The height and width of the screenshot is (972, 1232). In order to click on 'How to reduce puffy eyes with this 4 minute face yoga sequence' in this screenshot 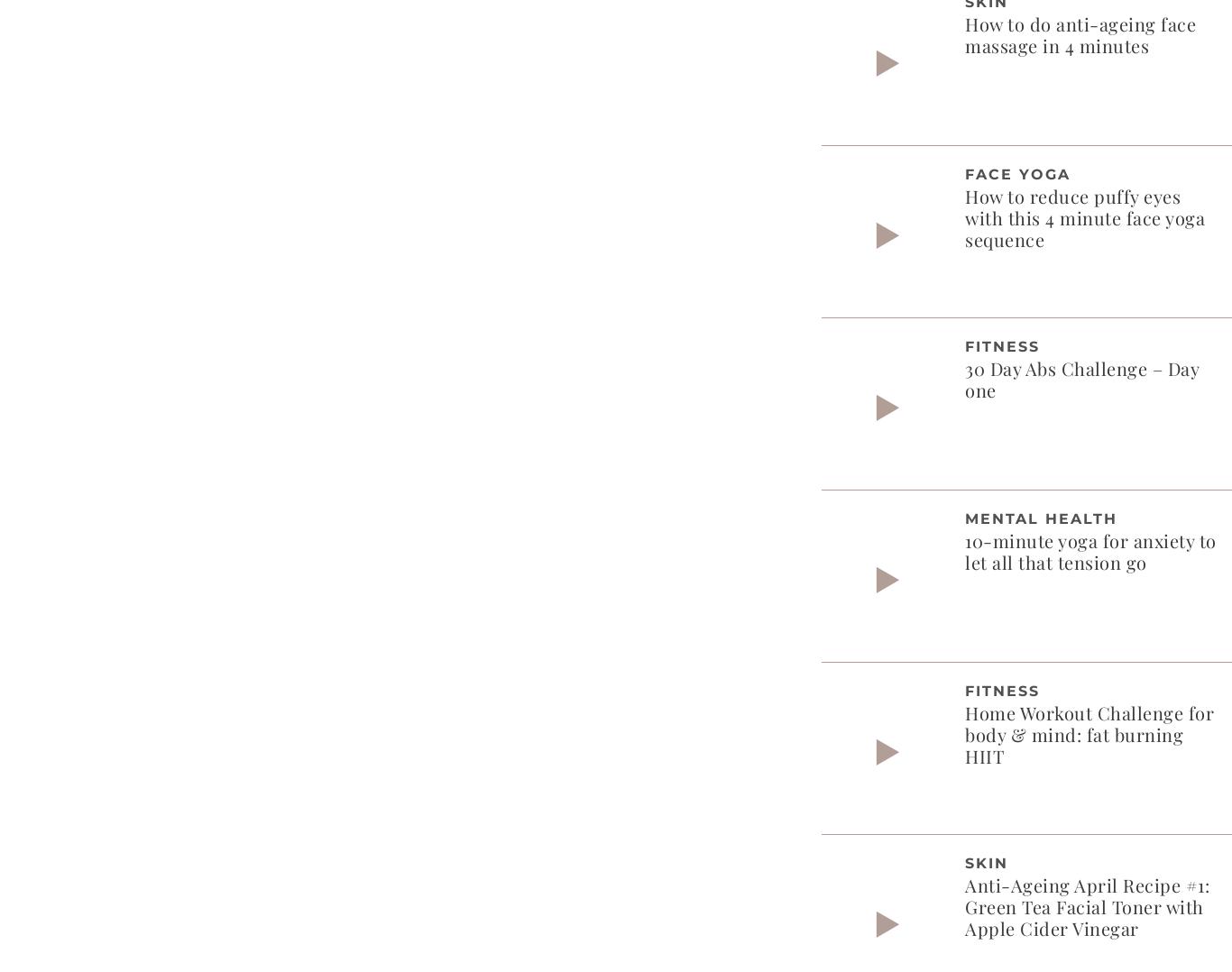, I will do `click(1085, 215)`.